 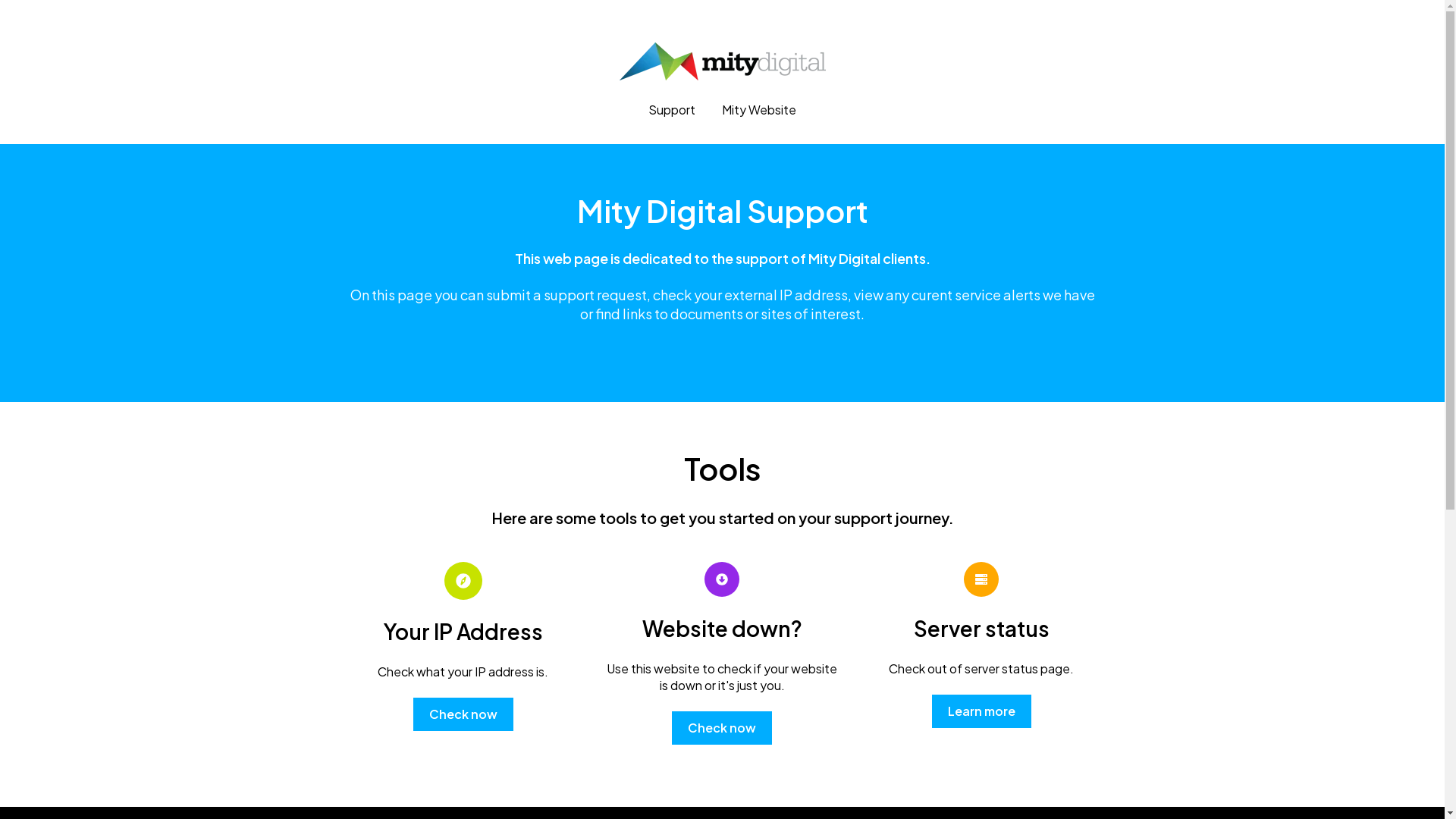 What do you see at coordinates (671, 109) in the screenshot?
I see `'Support'` at bounding box center [671, 109].